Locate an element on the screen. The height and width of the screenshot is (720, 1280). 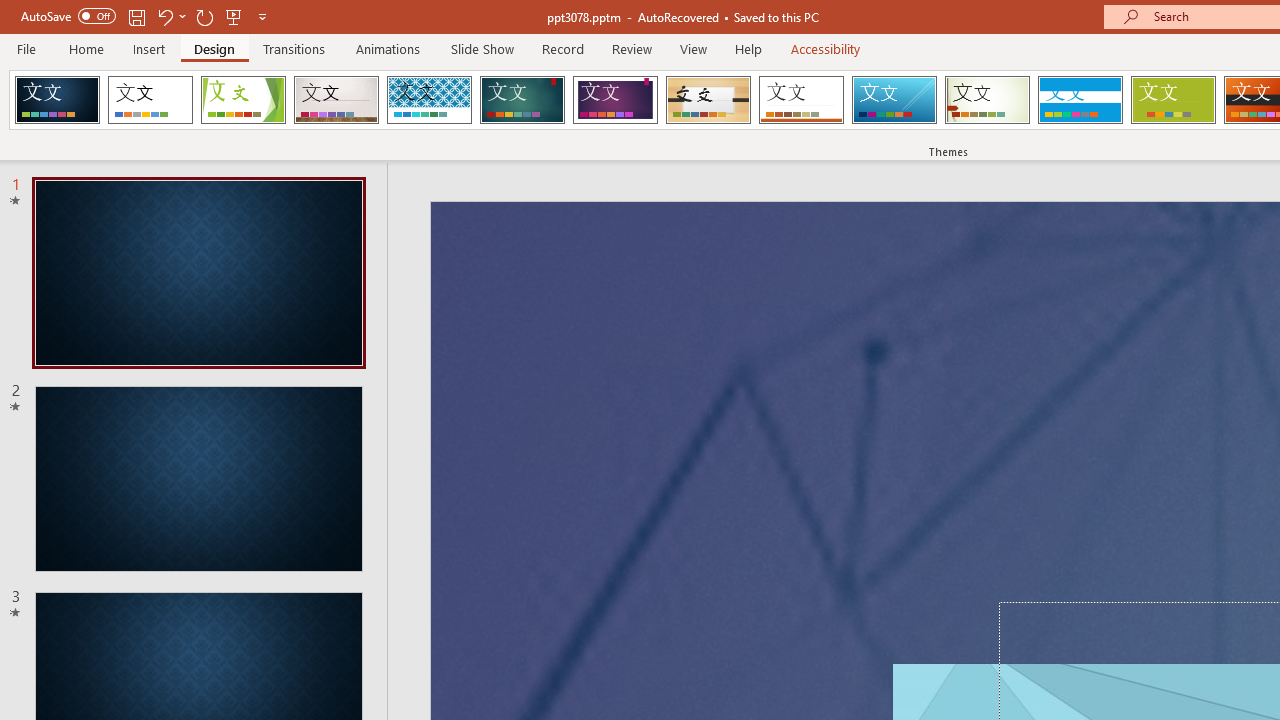
'Wisp' is located at coordinates (987, 100).